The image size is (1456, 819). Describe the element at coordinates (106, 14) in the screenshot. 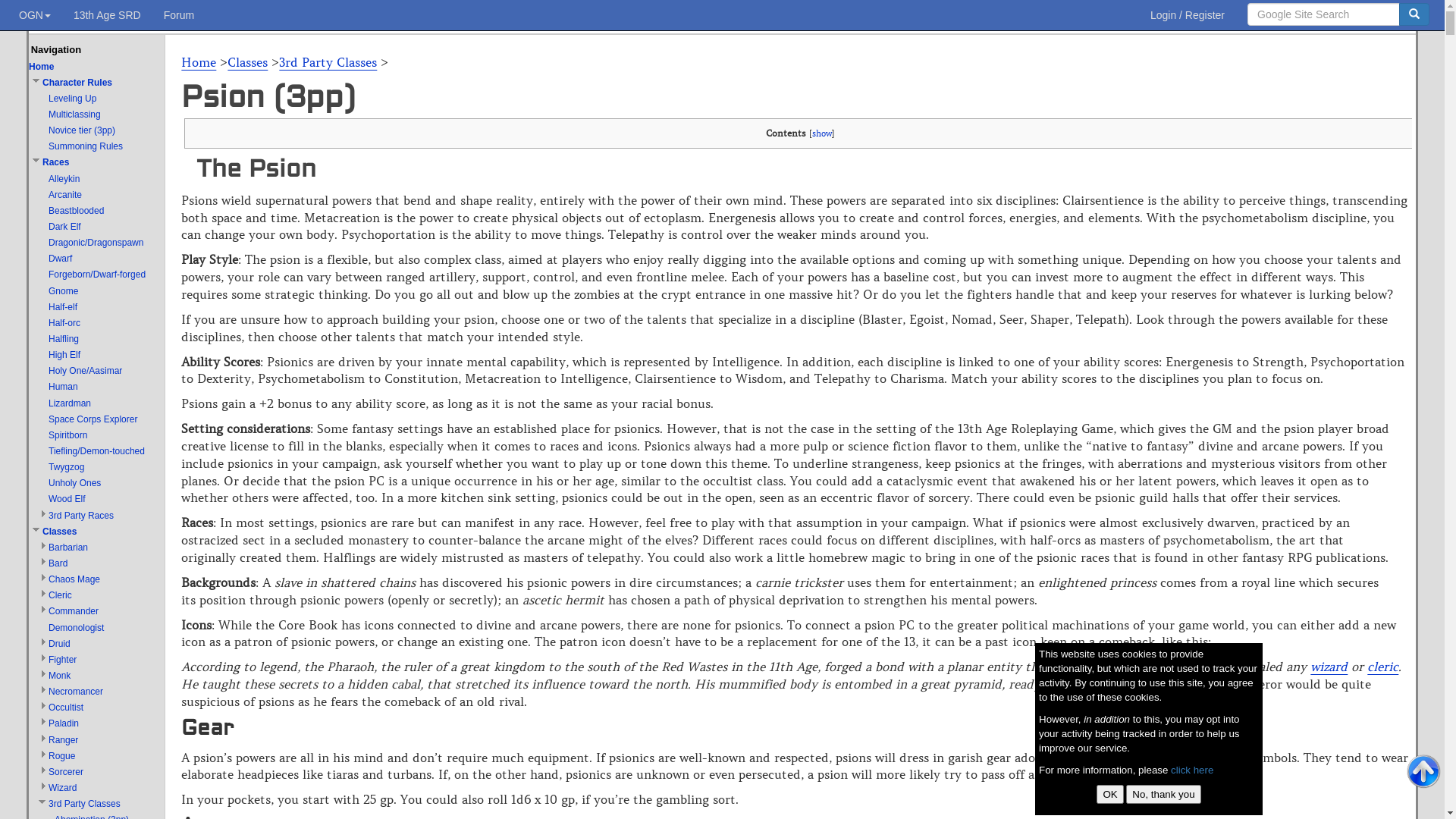

I see `'13th Age SRD'` at that location.